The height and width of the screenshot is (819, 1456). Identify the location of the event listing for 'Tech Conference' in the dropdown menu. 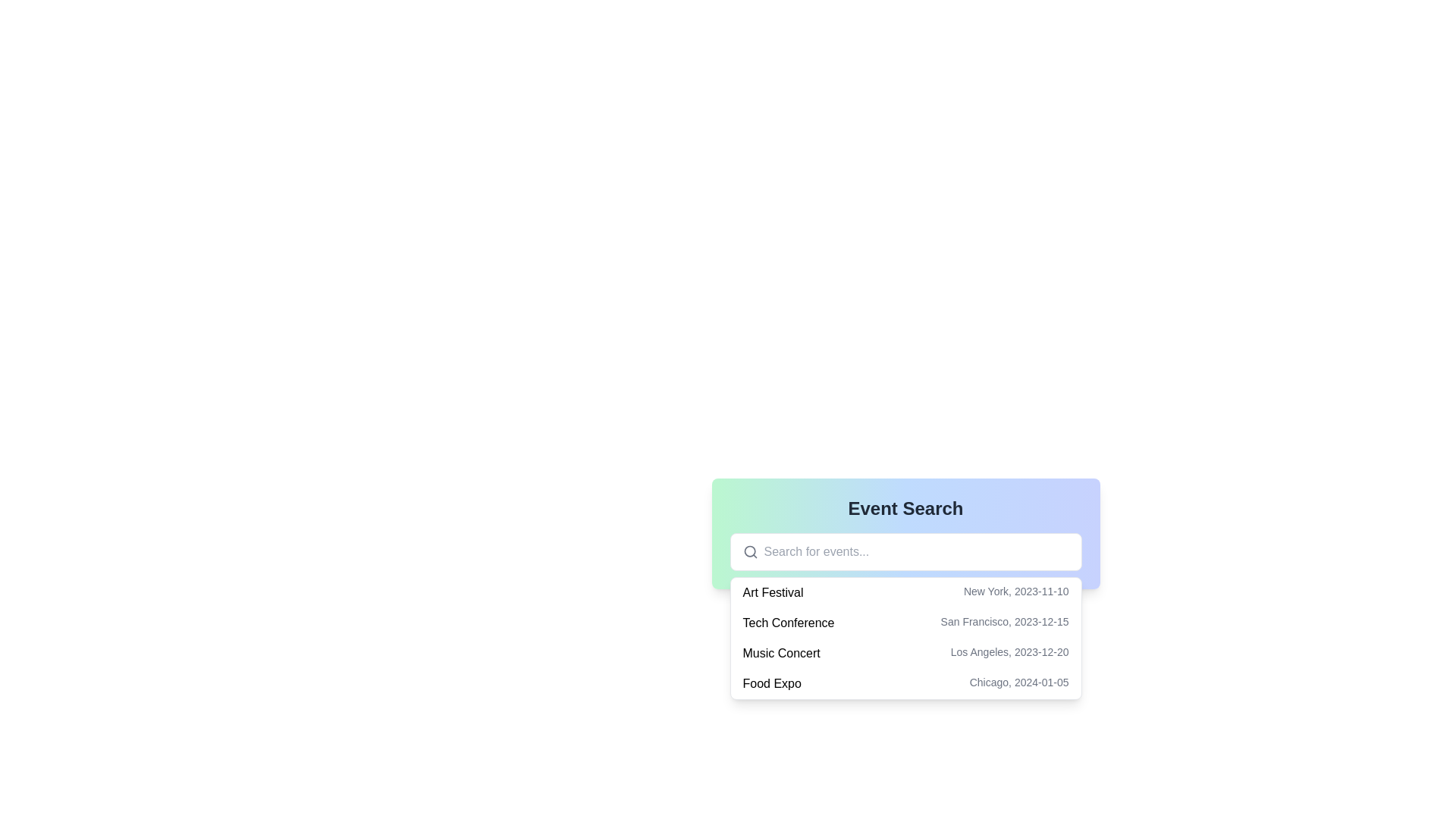
(905, 623).